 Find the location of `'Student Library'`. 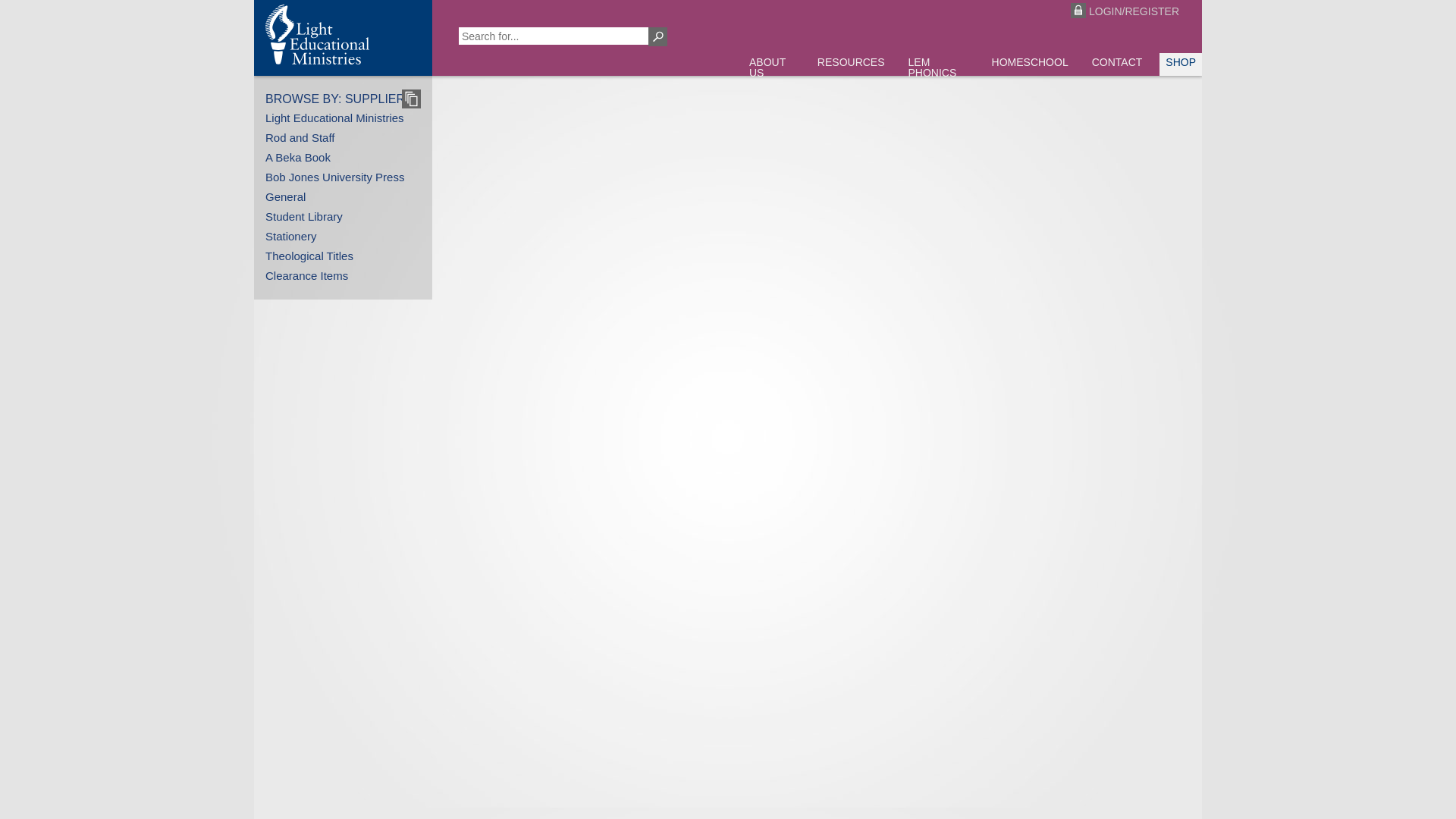

'Student Library' is located at coordinates (303, 216).